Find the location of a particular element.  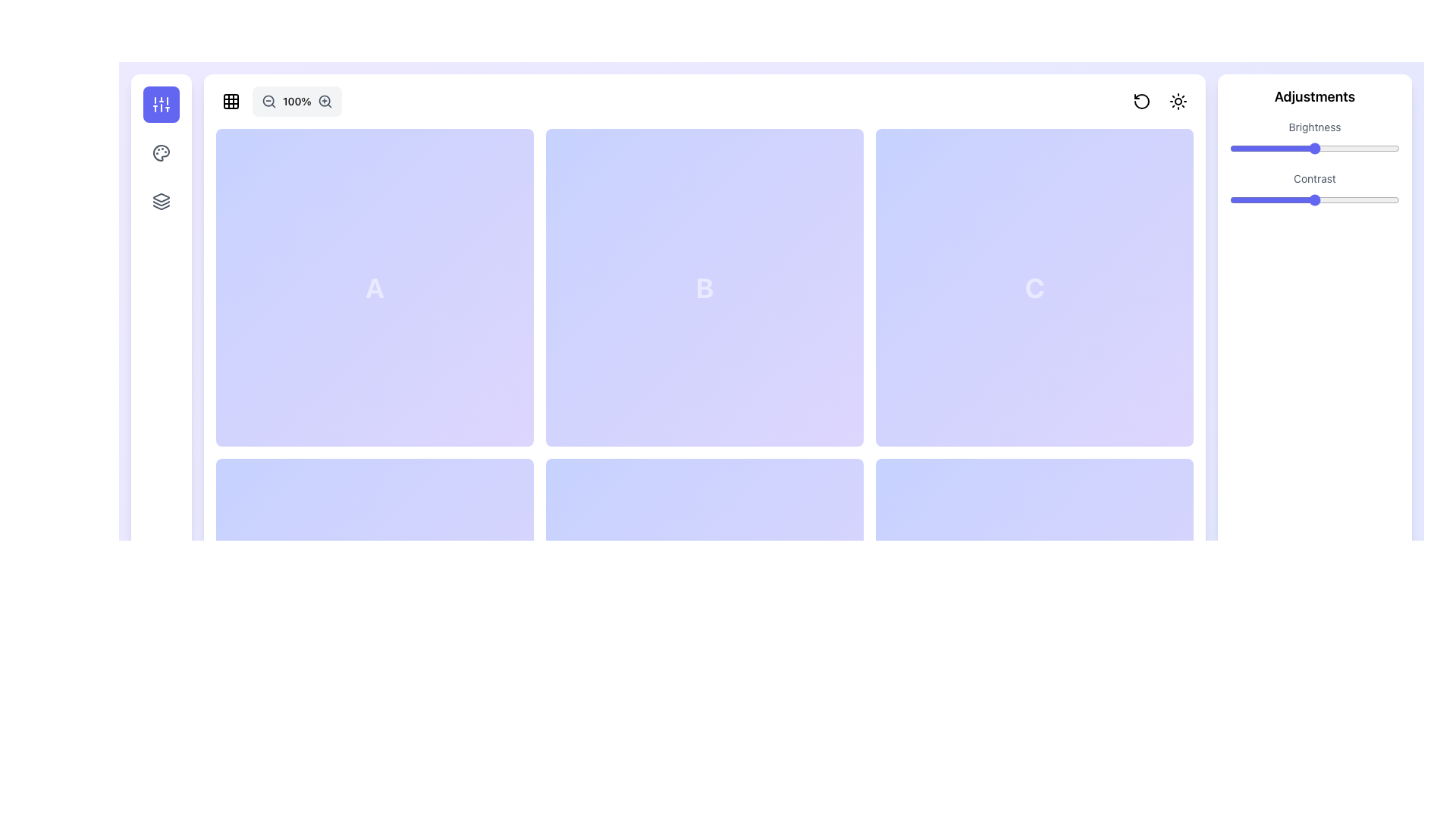

the interactive button with a bold 'B' character, which is a square tile with rounded corners and a gradient color background transitioning from indigo to violet, located in the top-center of a 3x2 grid layout is located at coordinates (704, 287).